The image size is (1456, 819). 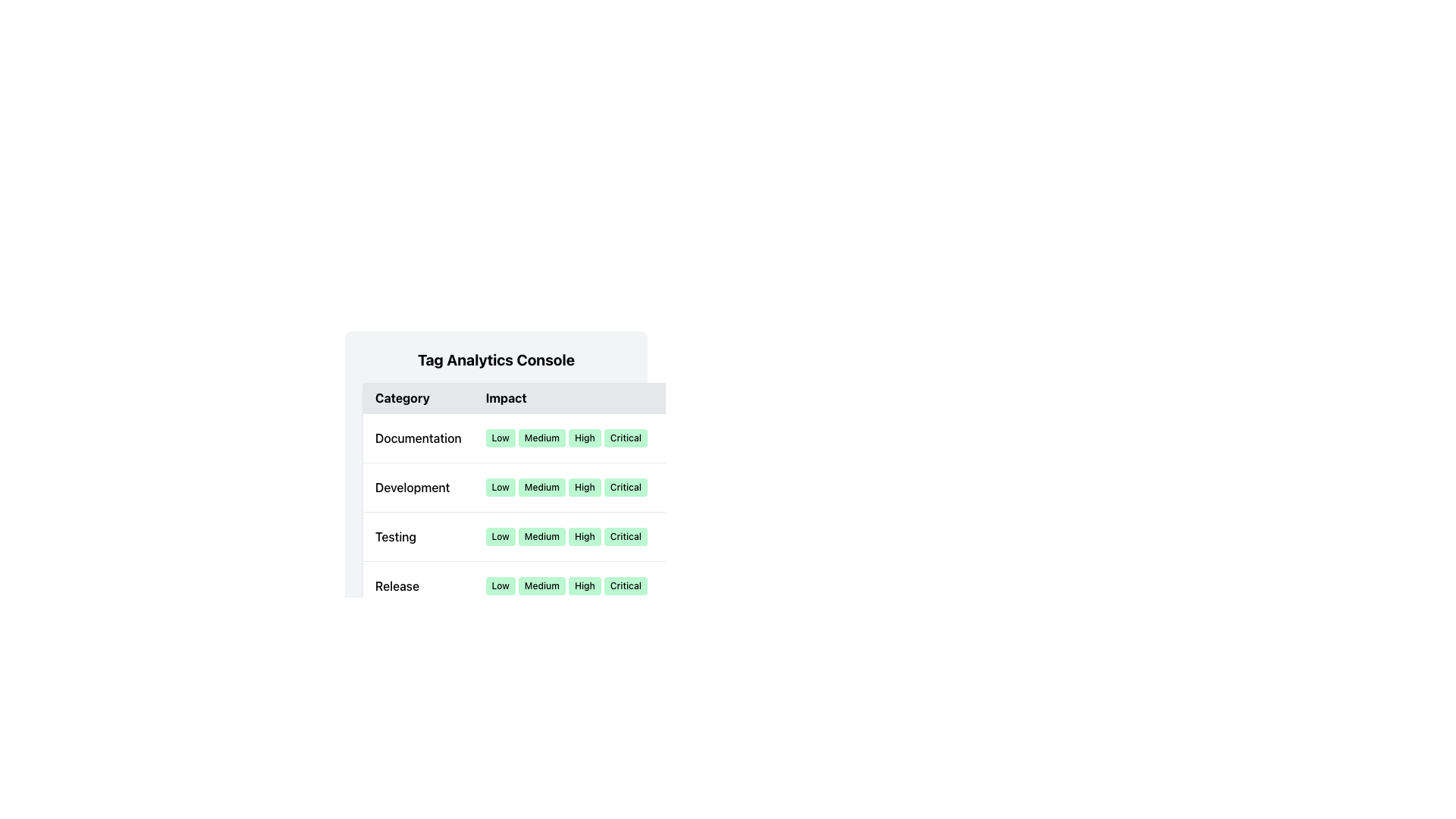 What do you see at coordinates (584, 488) in the screenshot?
I see `the 'High' severity label, which is the third label in the 'Impact' column of the 'Development' row, positioned between the 'Medium' and 'Critical' labels` at bounding box center [584, 488].